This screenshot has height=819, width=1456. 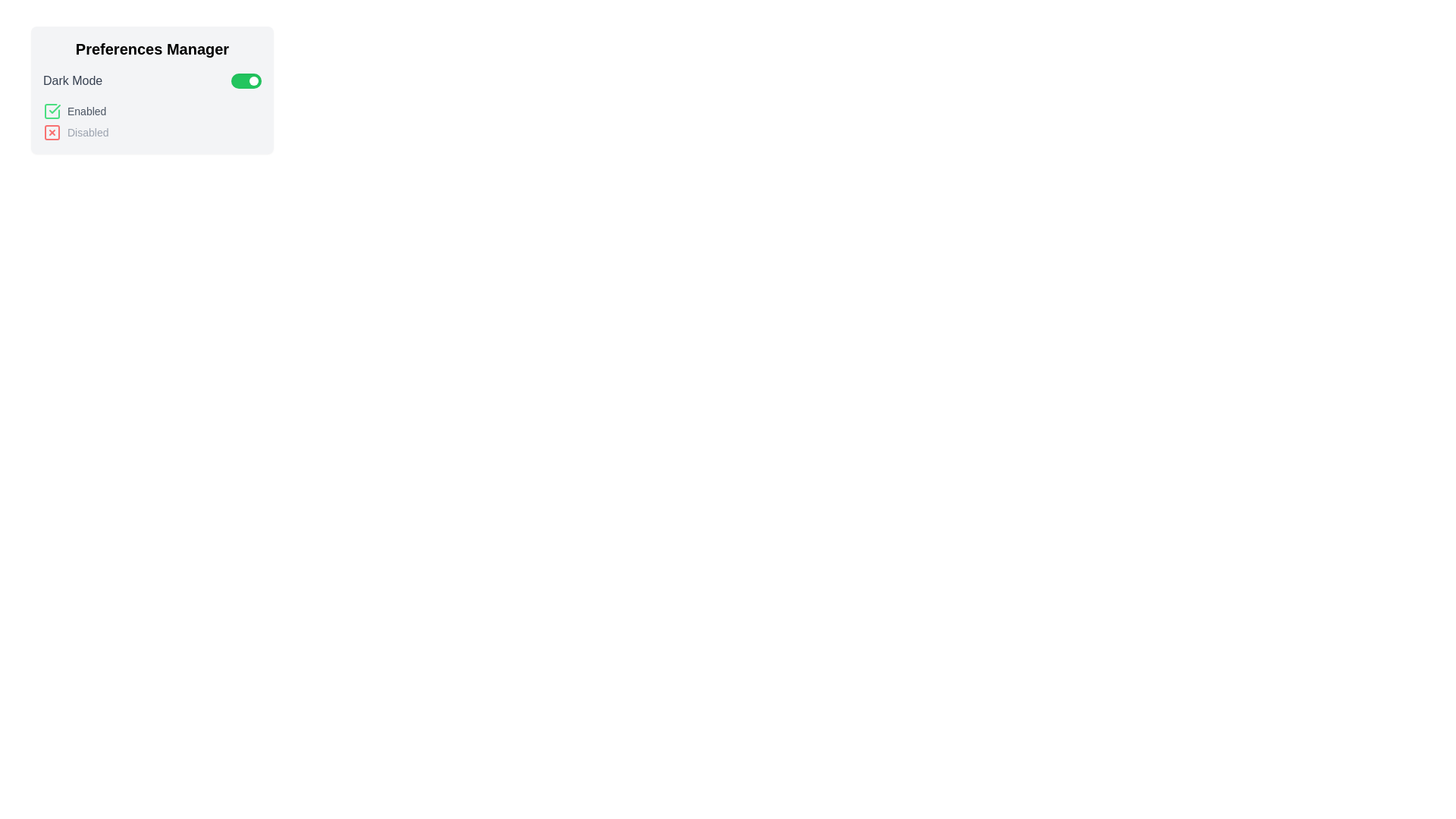 I want to click on the red square icon with an 'X' shape, located below the 'Enabled' label in the Preferences Manager panel, to interact with its related preference, so click(x=52, y=131).